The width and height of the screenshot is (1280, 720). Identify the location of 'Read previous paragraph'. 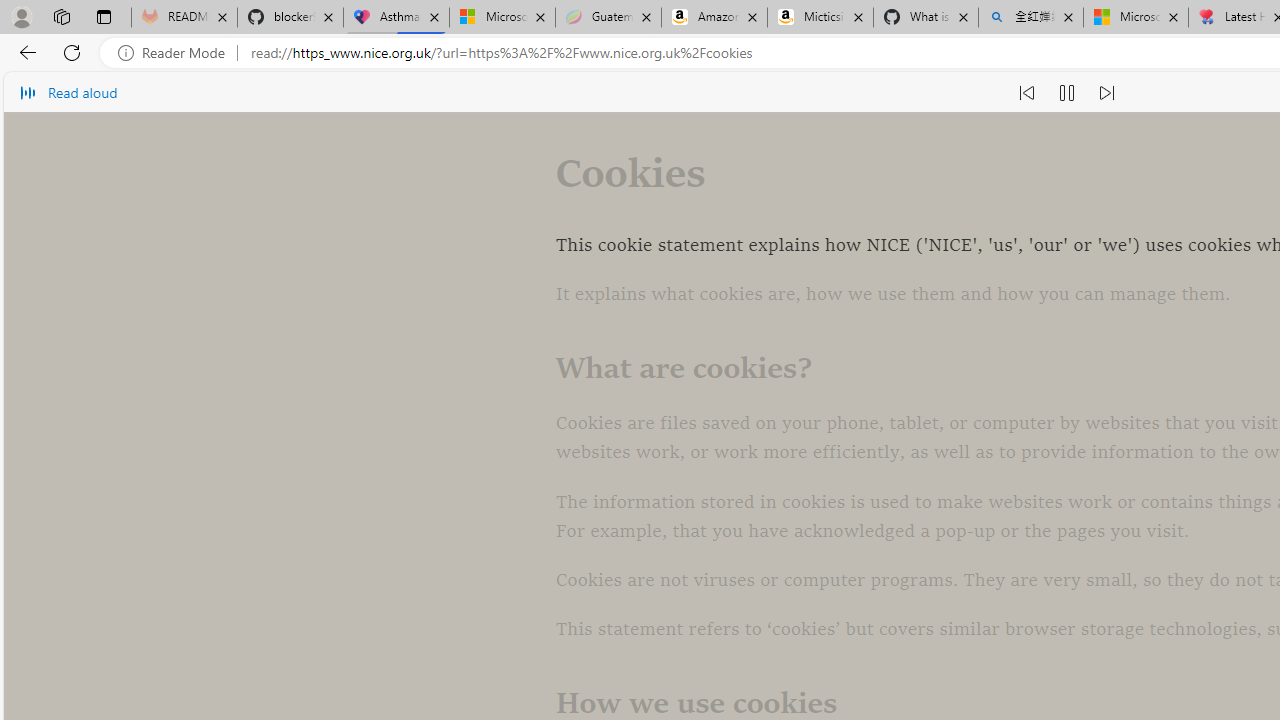
(1026, 92).